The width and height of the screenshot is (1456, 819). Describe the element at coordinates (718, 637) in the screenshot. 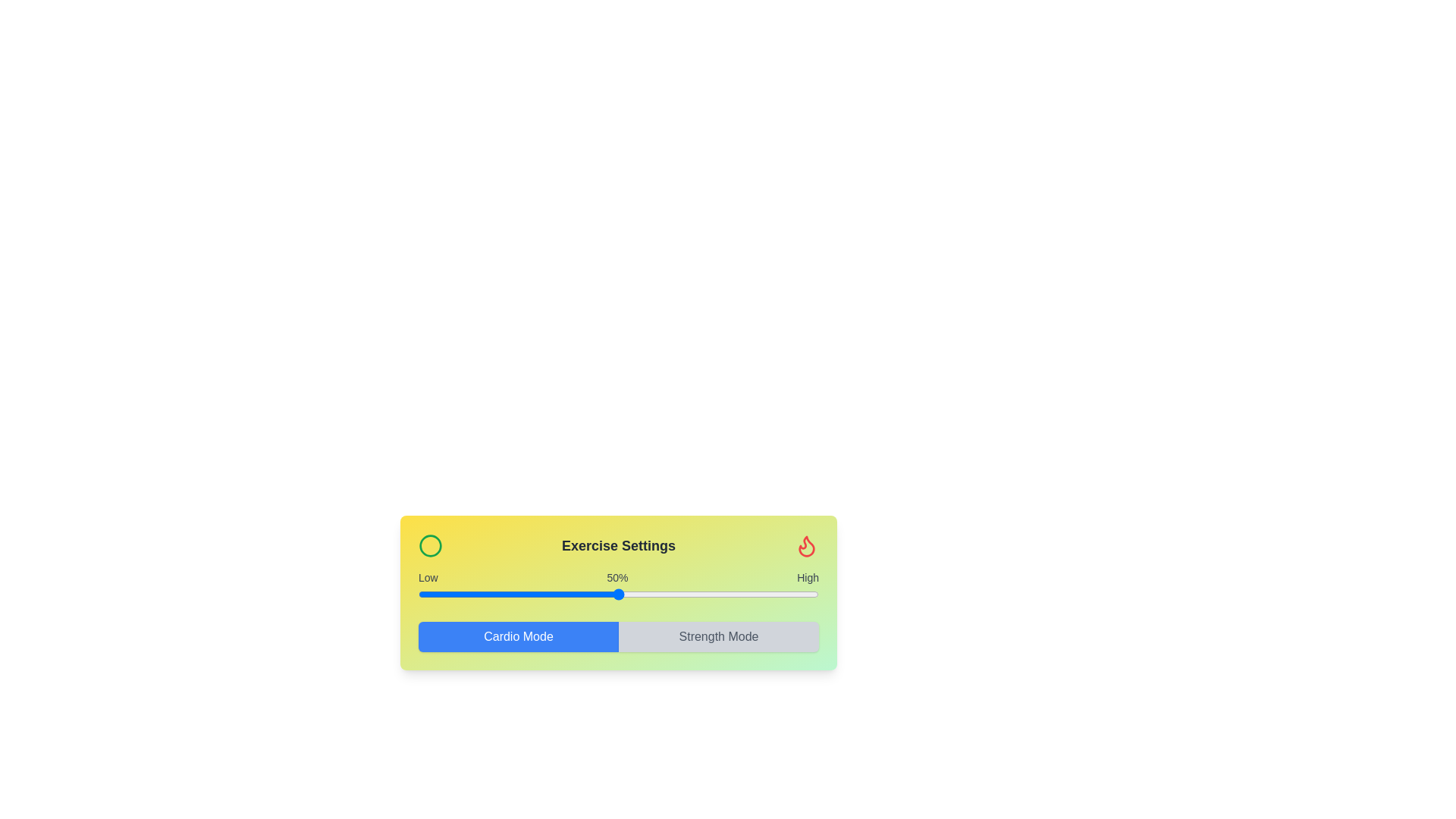

I see `the Strength Mode button to switch to Strength Mode` at that location.